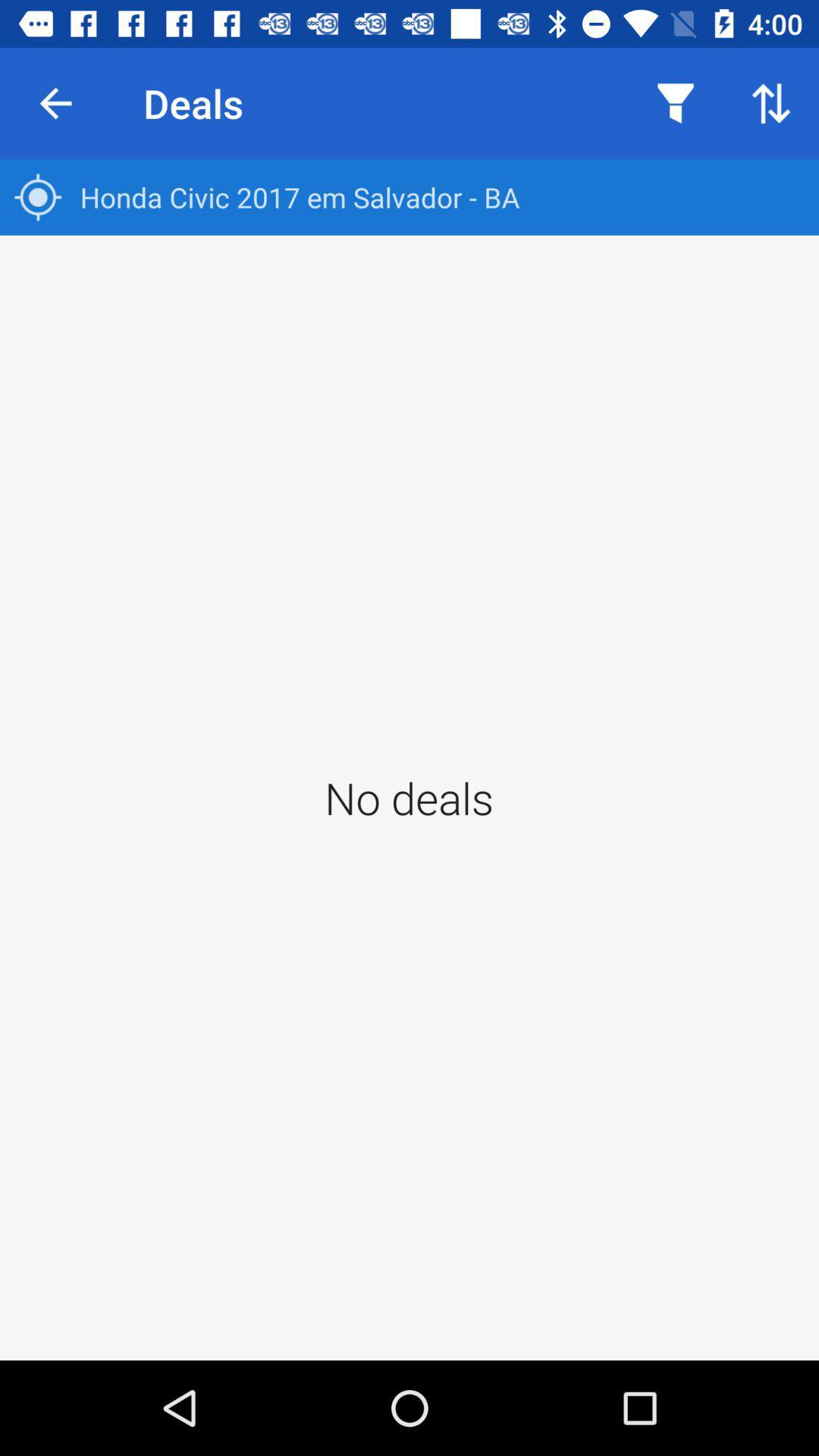 This screenshot has height=1456, width=819. I want to click on item next to the deals, so click(675, 102).